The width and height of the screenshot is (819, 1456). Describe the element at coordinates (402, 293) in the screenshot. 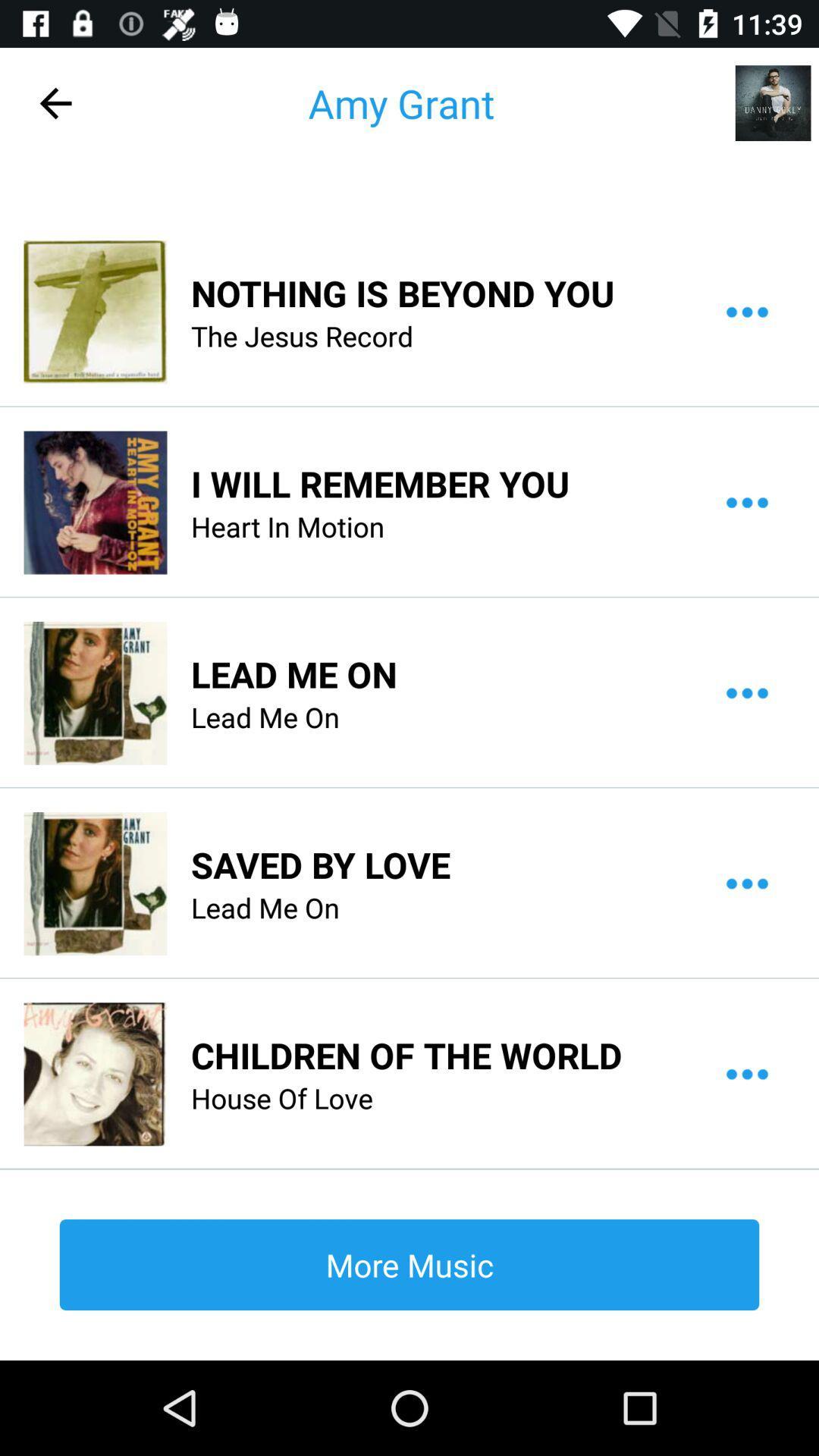

I see `icon below the amy grant` at that location.